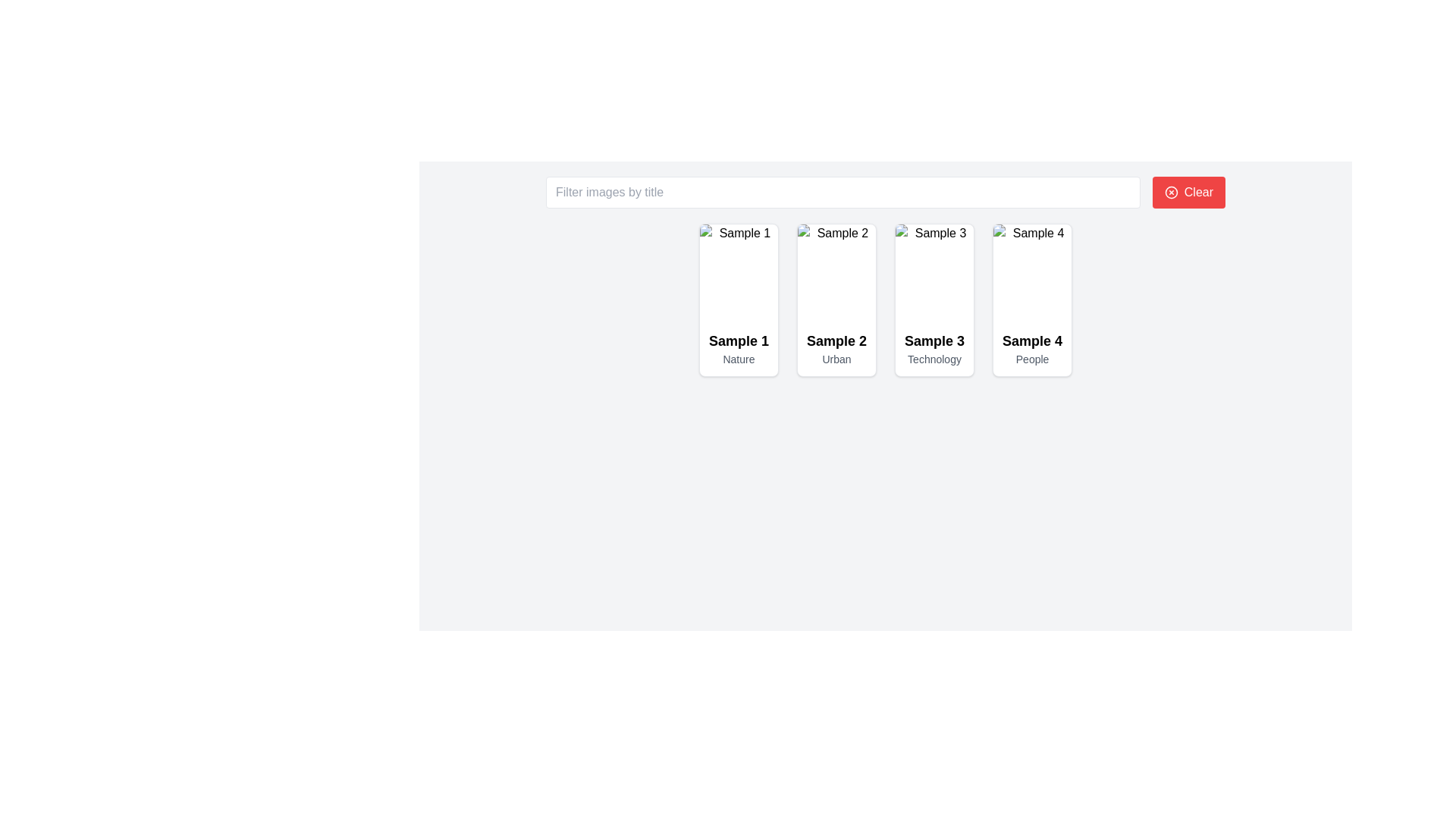 This screenshot has height=819, width=1456. Describe the element at coordinates (1031, 300) in the screenshot. I see `the fourth card in the grid layout, which features a white background, rounded corners, and contains the title 'Sample 4' and subtitle 'People'` at that location.